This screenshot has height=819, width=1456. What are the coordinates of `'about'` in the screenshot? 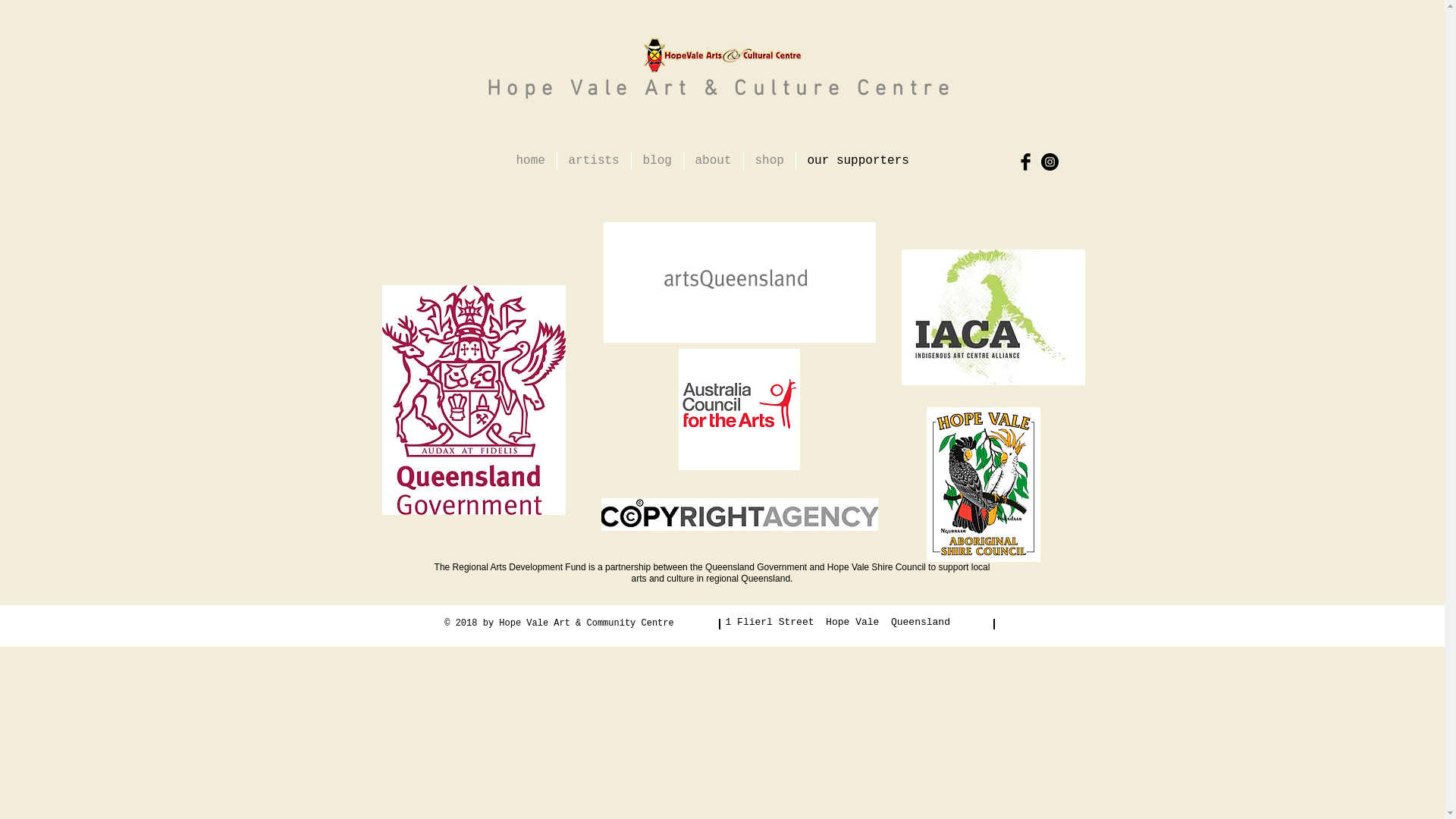 It's located at (683, 161).